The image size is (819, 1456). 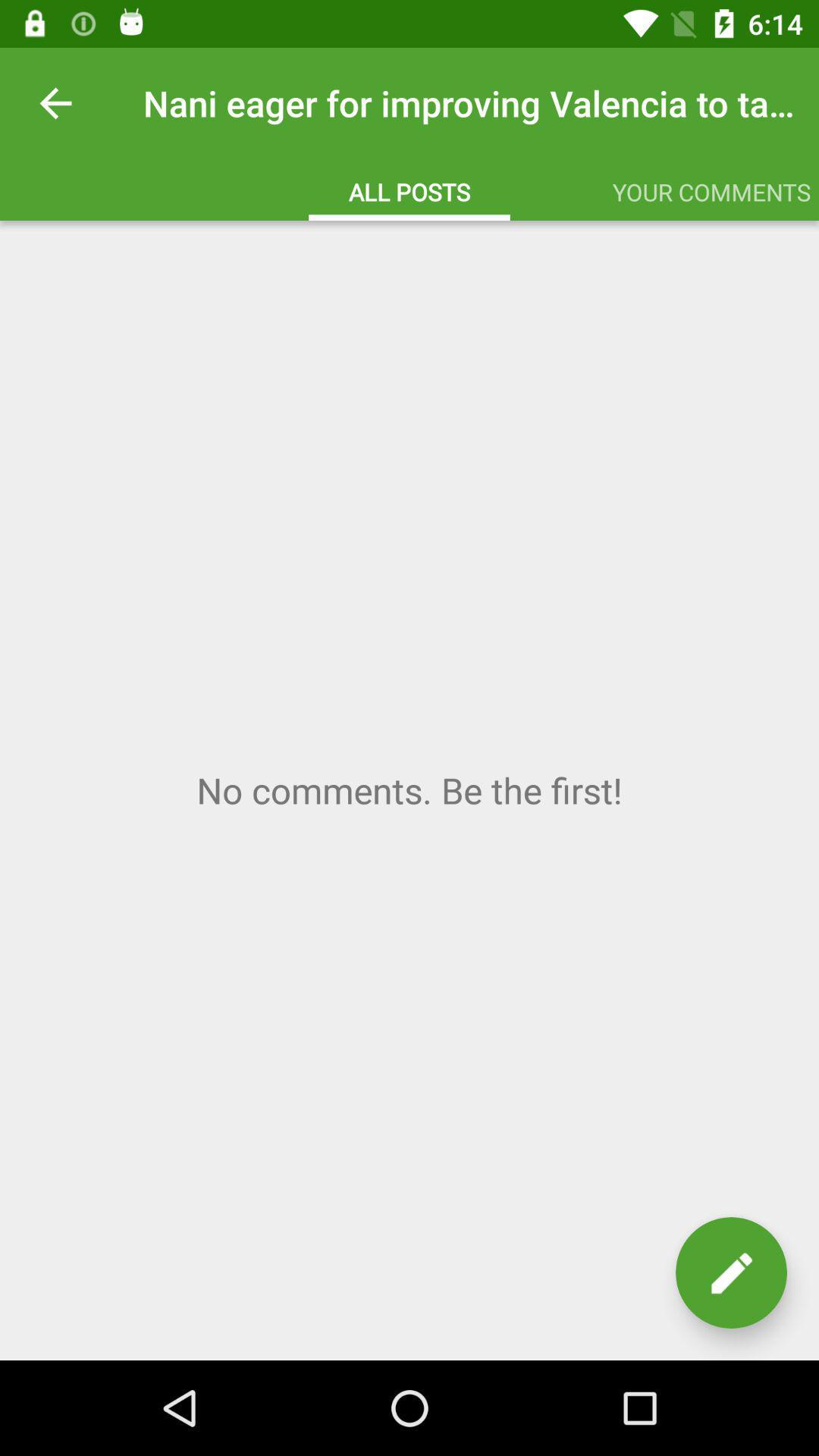 I want to click on edit, so click(x=730, y=1272).